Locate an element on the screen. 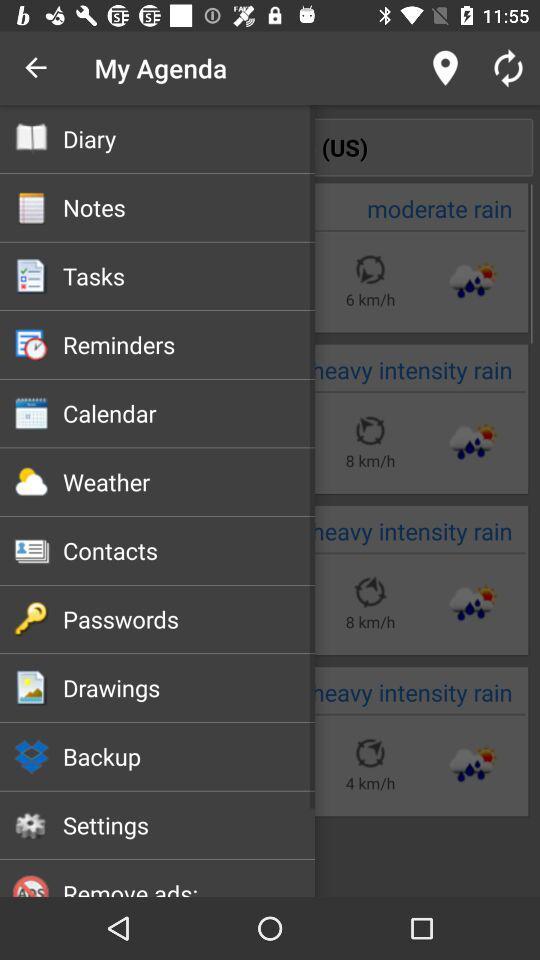 This screenshot has width=540, height=960. below the password option is located at coordinates (31, 688).